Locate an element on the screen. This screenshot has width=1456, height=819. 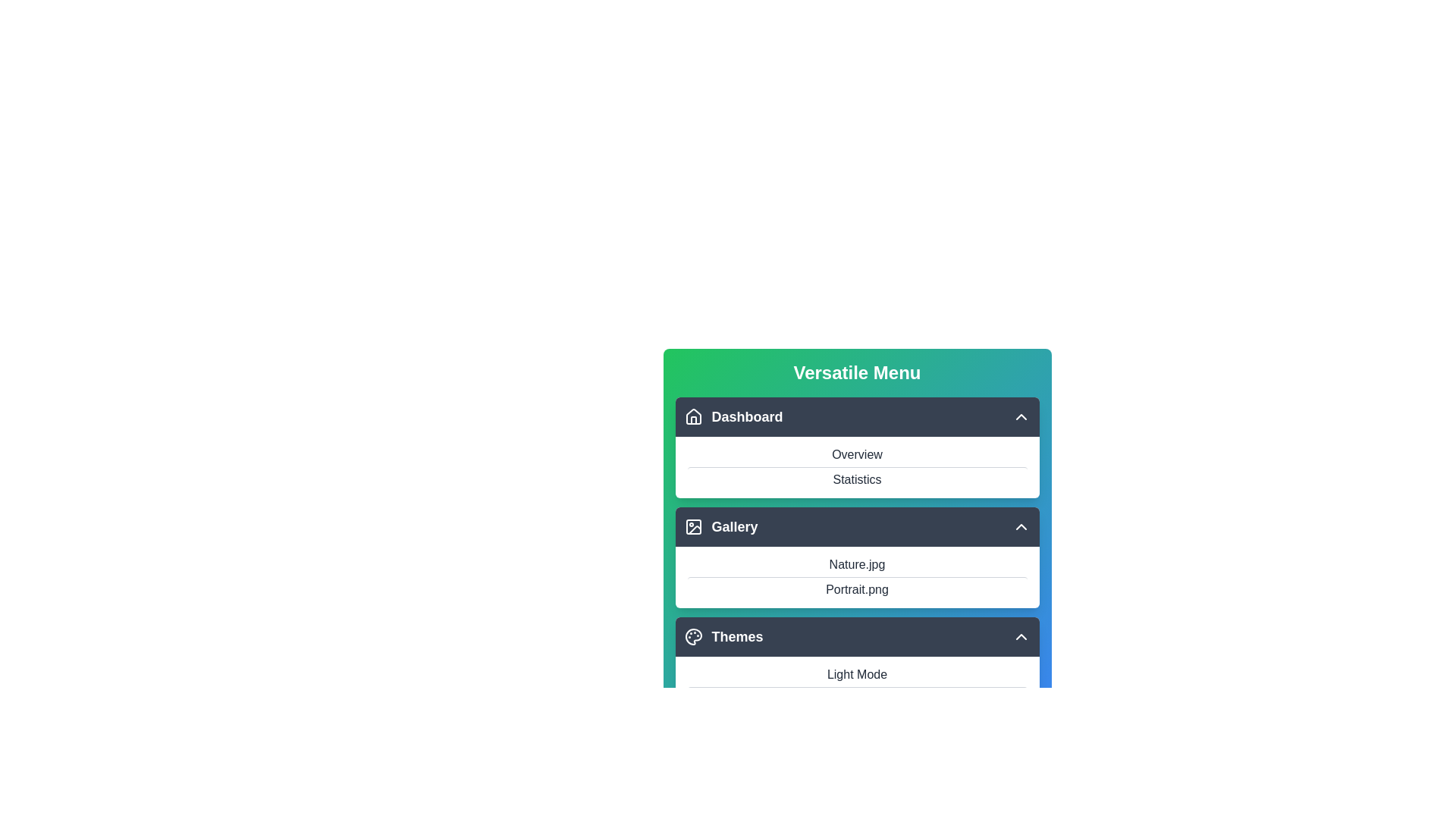
the item Portrait.png from the section Gallery is located at coordinates (857, 526).